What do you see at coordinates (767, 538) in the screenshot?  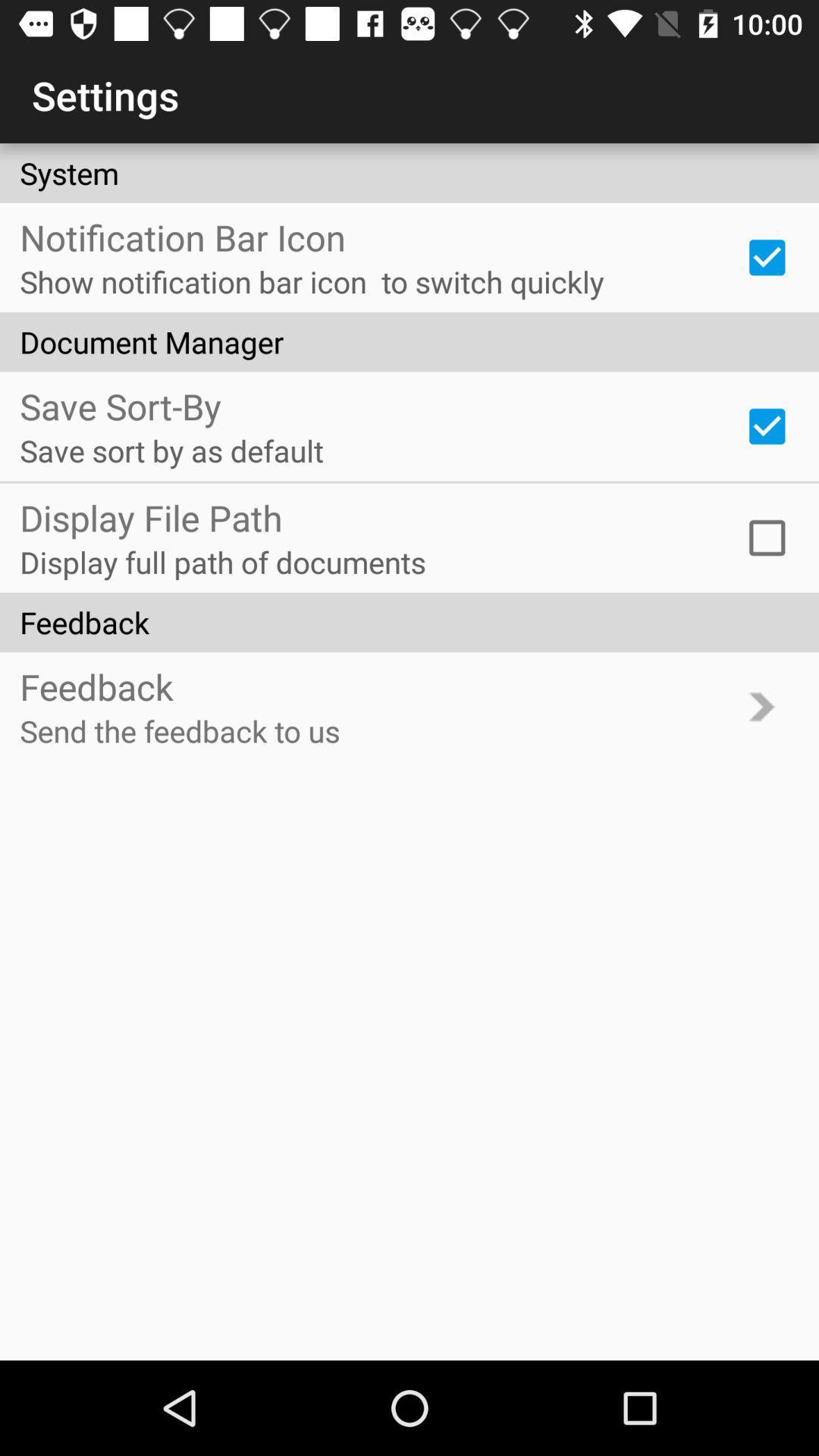 I see `item above feedback` at bounding box center [767, 538].